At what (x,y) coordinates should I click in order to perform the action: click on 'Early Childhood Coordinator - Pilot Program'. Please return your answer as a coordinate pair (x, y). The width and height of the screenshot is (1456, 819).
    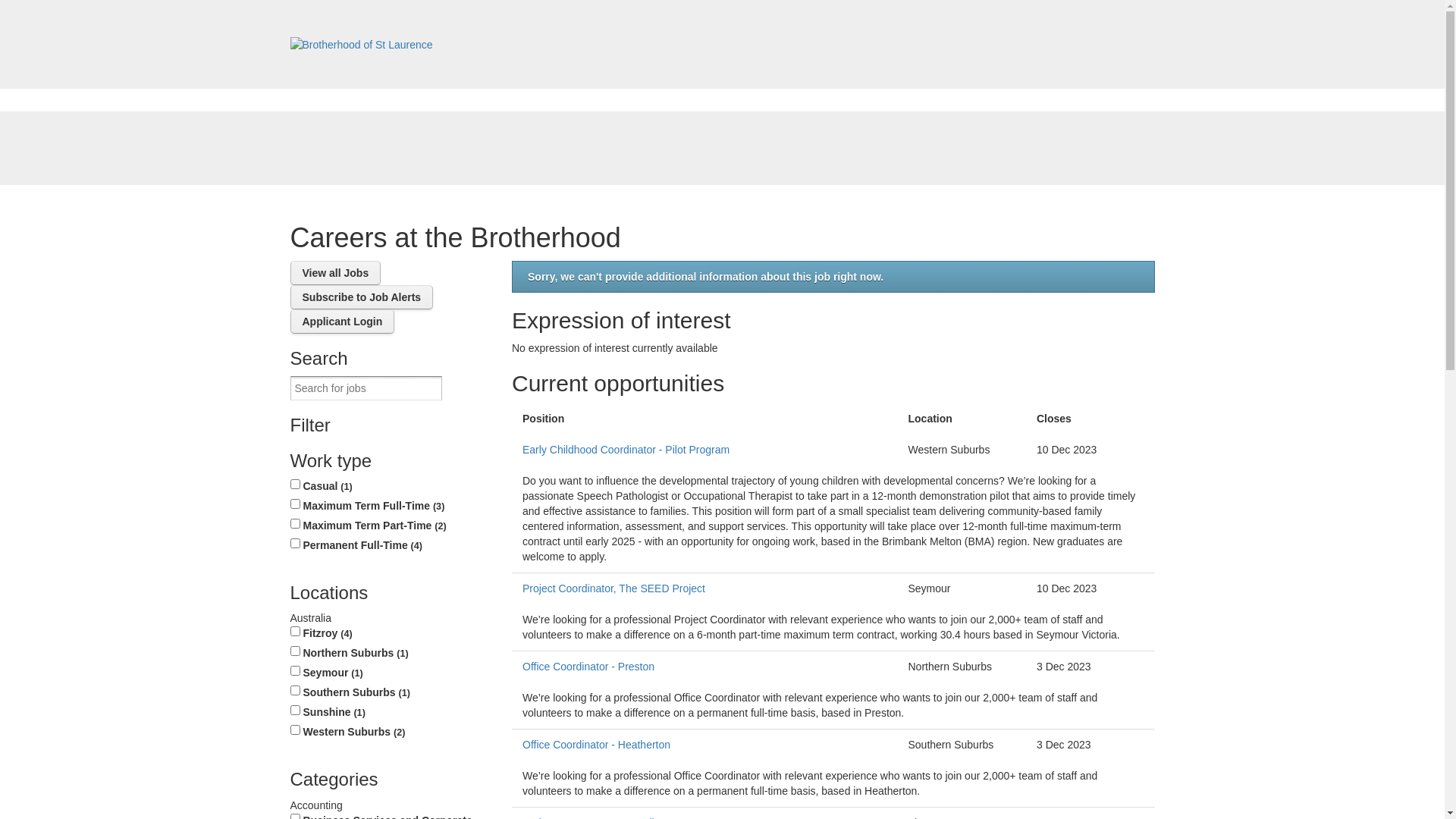
    Looking at the image, I should click on (704, 449).